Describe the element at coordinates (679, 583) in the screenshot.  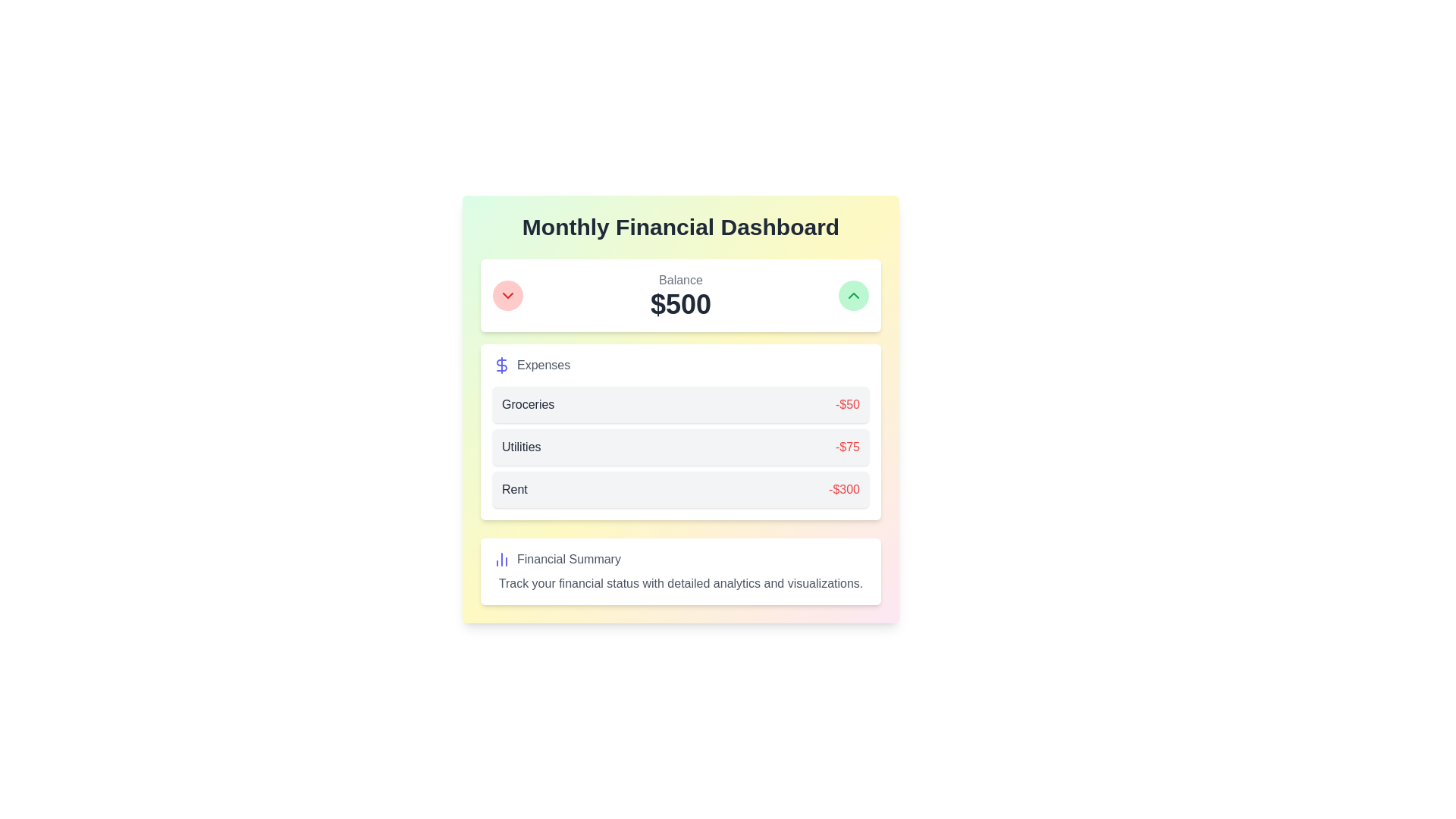
I see `the text label that says 'Track your financial status with detailed analytics and visualizations.' located within the 'Financial Summary' card` at that location.